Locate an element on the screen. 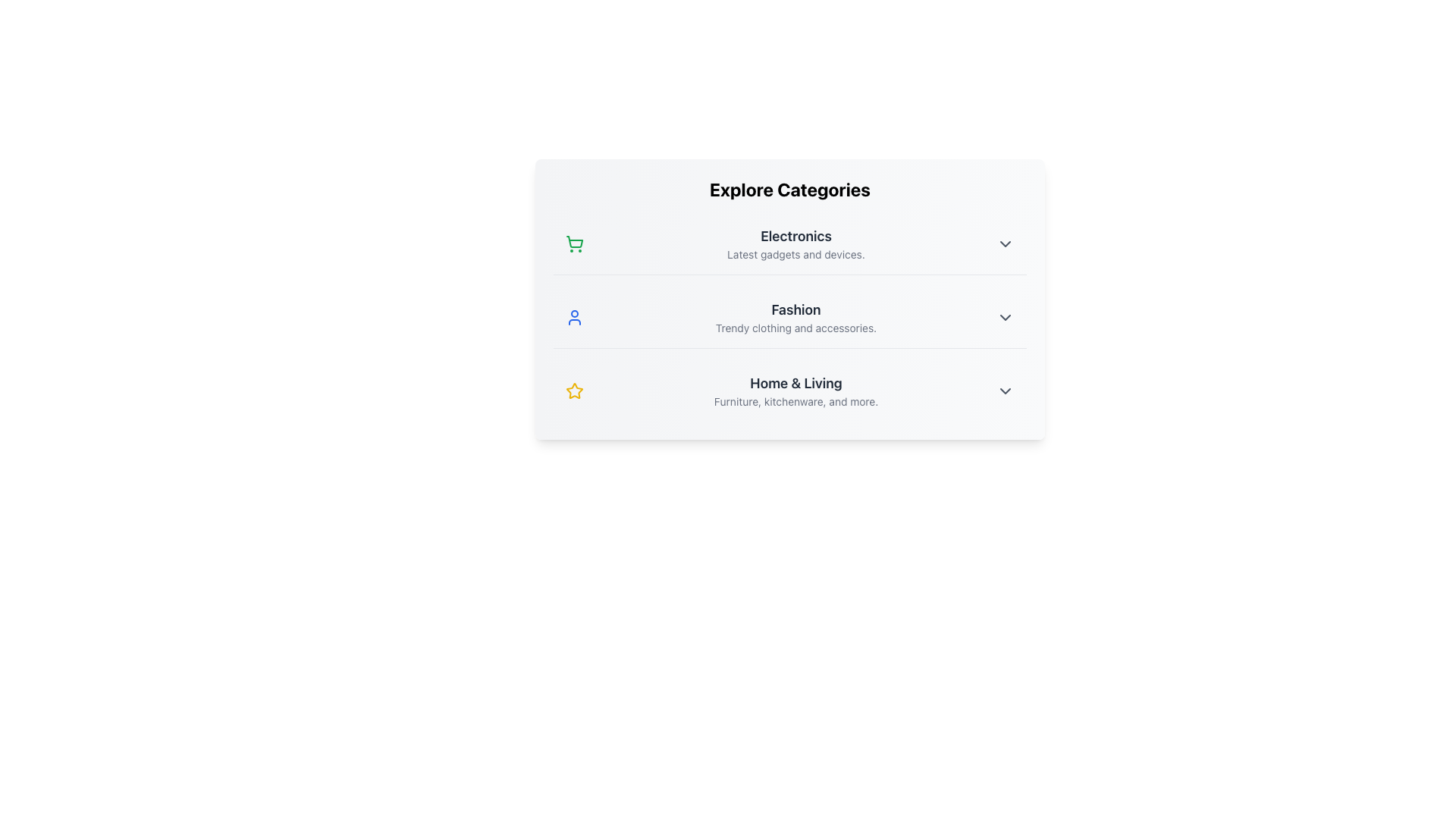 The height and width of the screenshot is (819, 1456). the icon on the right side of the 'Fashion' section is located at coordinates (1005, 317).